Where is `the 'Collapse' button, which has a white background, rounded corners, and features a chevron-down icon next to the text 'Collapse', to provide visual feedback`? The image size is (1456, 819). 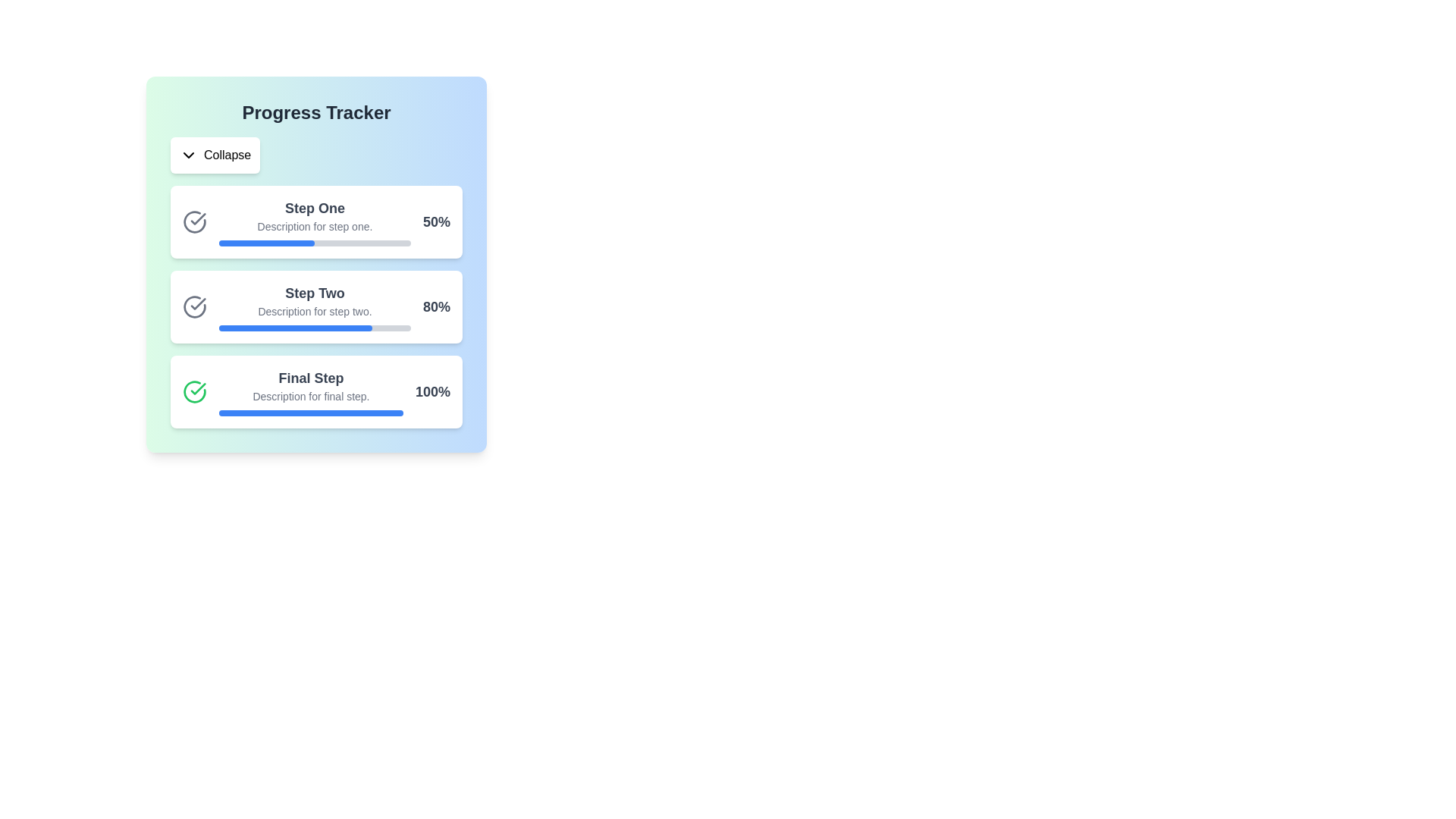 the 'Collapse' button, which has a white background, rounded corners, and features a chevron-down icon next to the text 'Collapse', to provide visual feedback is located at coordinates (215, 155).